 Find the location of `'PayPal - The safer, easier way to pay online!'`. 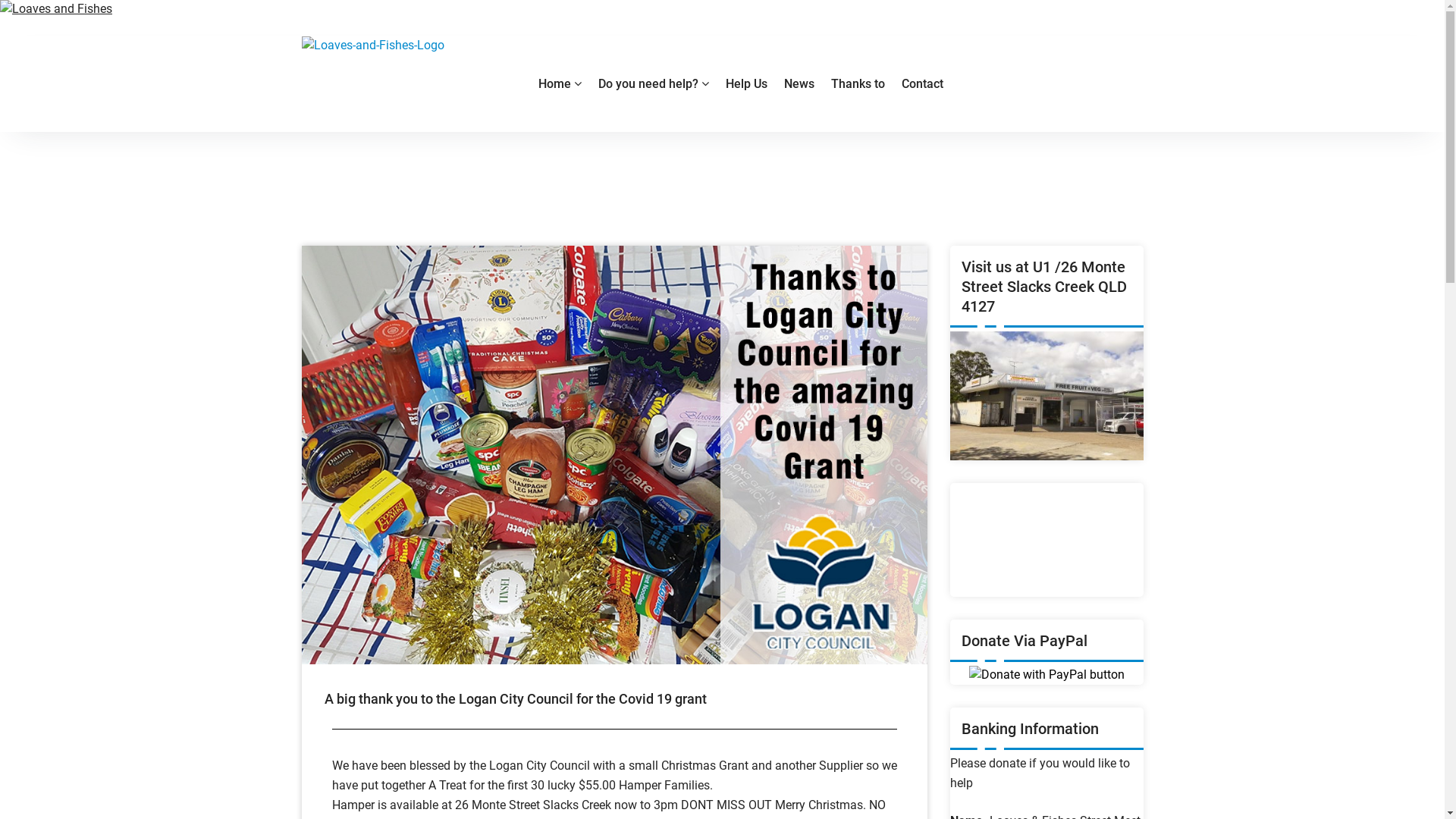

'PayPal - The safer, easier way to pay online!' is located at coordinates (1046, 674).